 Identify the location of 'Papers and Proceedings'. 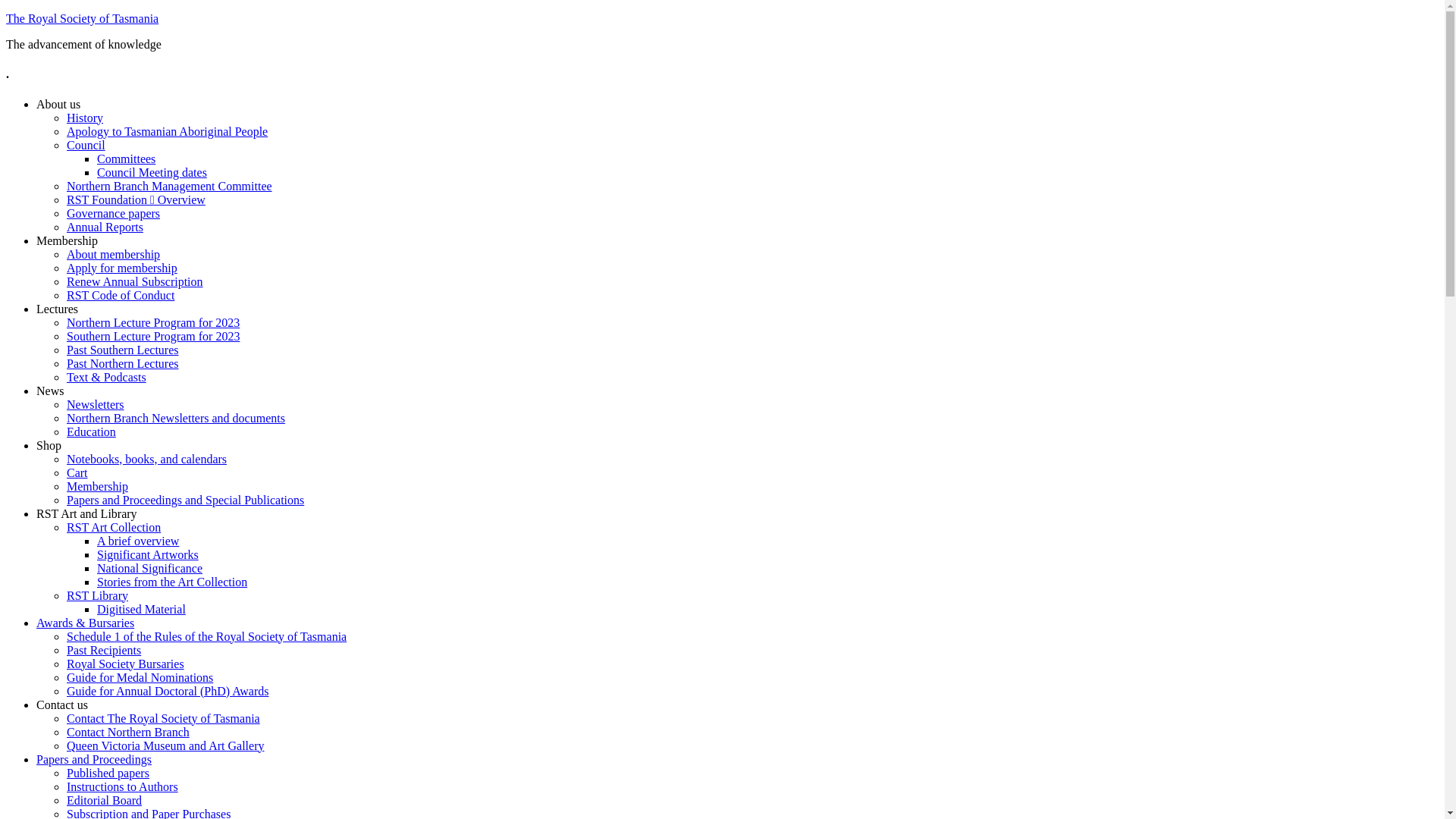
(36, 759).